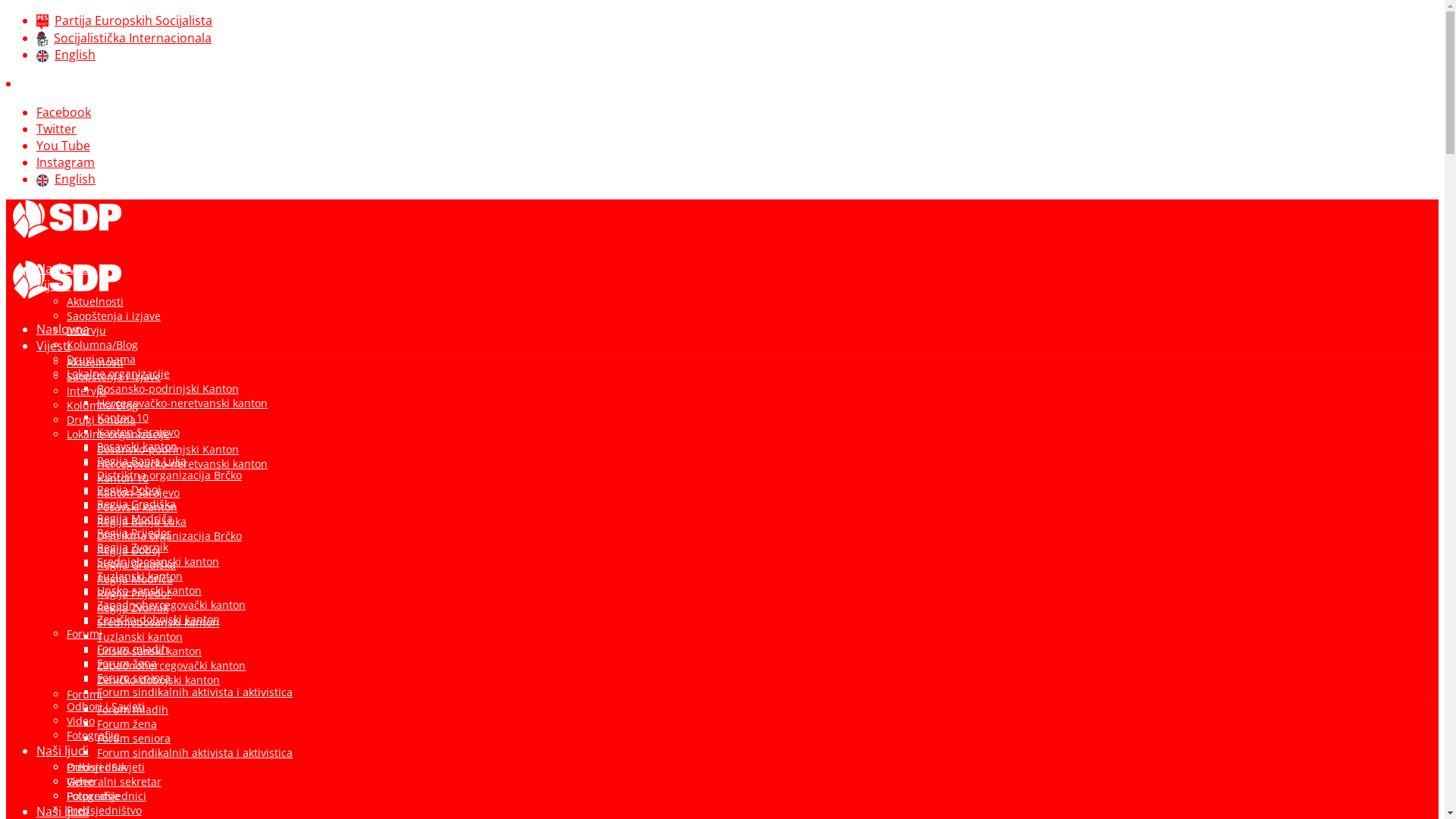 This screenshot has height=819, width=1456. I want to click on 'Generalni sekretar', so click(113, 781).